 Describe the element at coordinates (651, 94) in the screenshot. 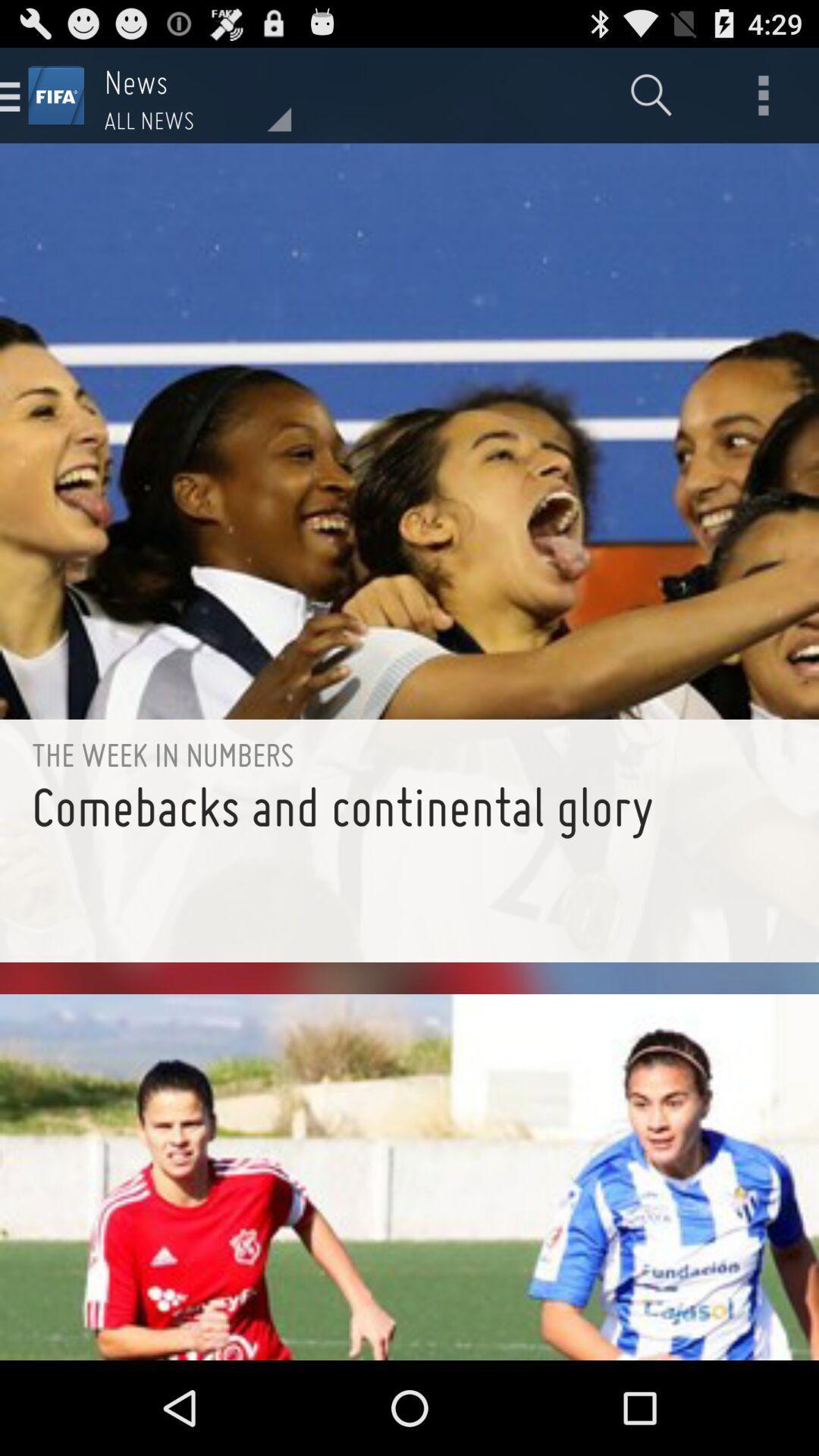

I see `item to the right of all news` at that location.